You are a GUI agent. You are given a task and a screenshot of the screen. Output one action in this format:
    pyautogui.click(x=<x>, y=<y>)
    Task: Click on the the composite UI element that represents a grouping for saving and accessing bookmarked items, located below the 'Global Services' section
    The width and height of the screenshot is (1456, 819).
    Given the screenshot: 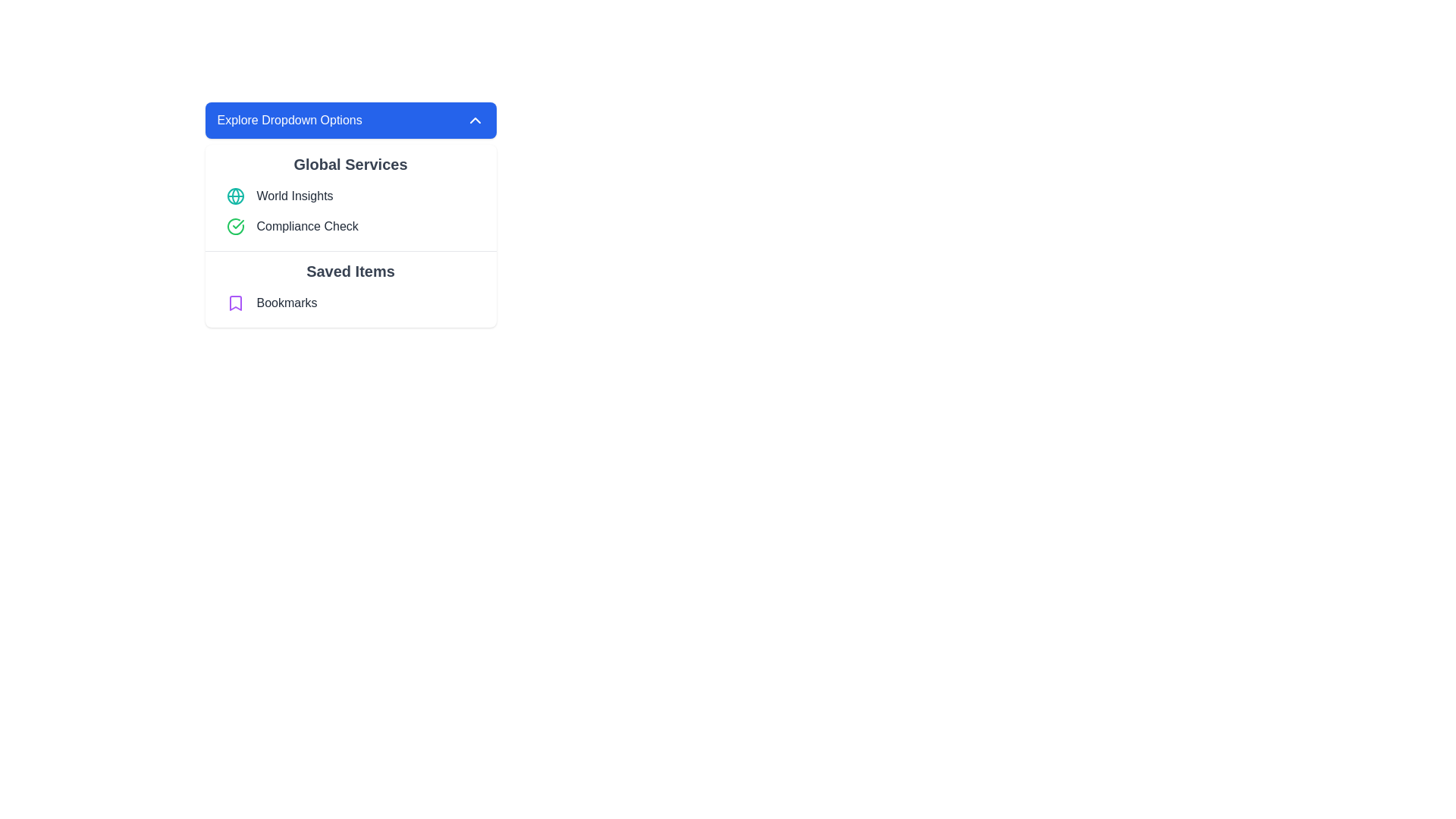 What is the action you would take?
    pyautogui.click(x=350, y=289)
    